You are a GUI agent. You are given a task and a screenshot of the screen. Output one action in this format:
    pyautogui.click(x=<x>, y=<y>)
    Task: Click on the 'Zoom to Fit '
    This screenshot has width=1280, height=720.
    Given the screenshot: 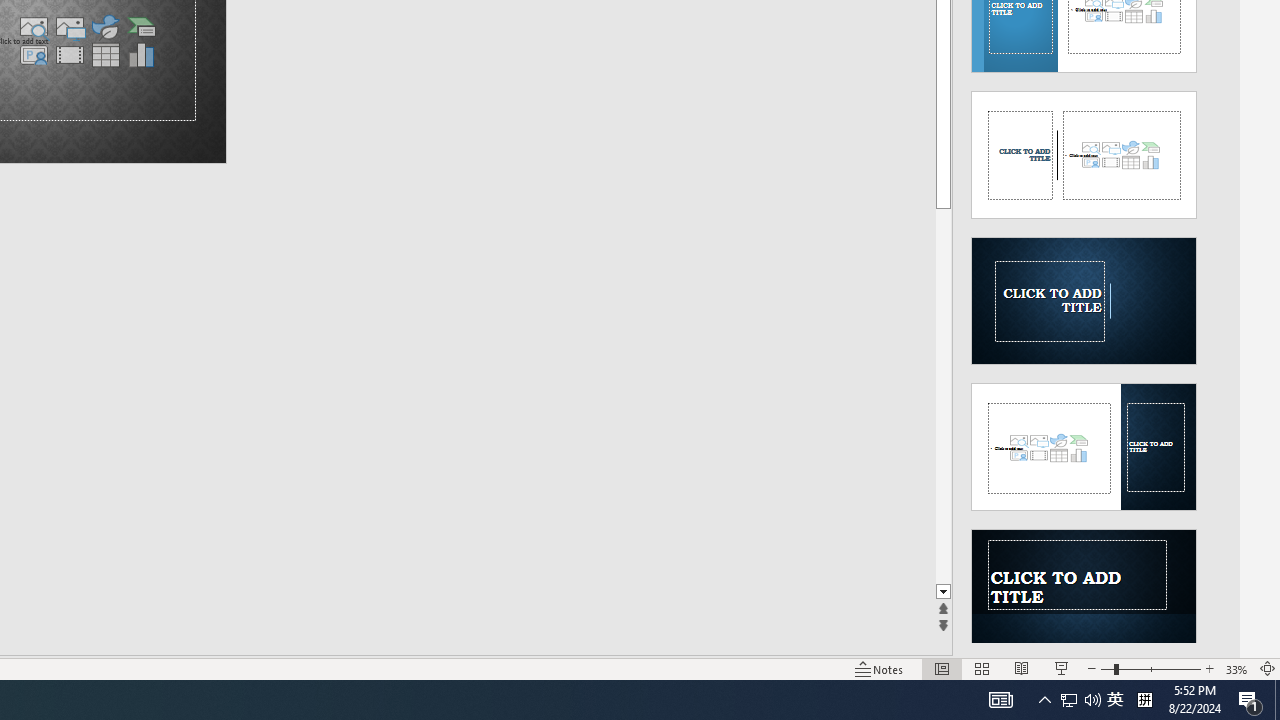 What is the action you would take?
    pyautogui.click(x=1266, y=669)
    